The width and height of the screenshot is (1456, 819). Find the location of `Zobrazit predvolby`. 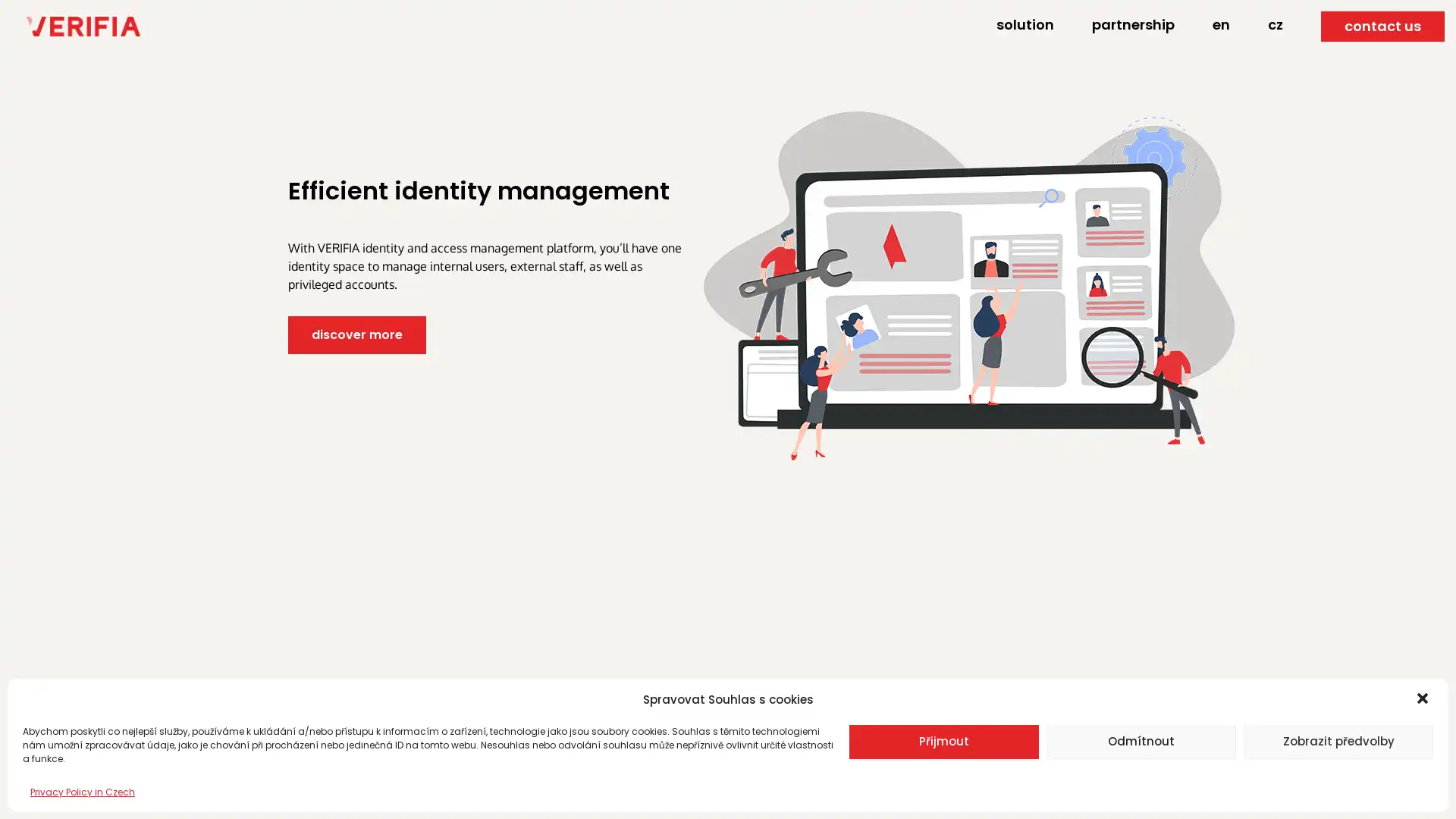

Zobrazit predvolby is located at coordinates (1338, 740).